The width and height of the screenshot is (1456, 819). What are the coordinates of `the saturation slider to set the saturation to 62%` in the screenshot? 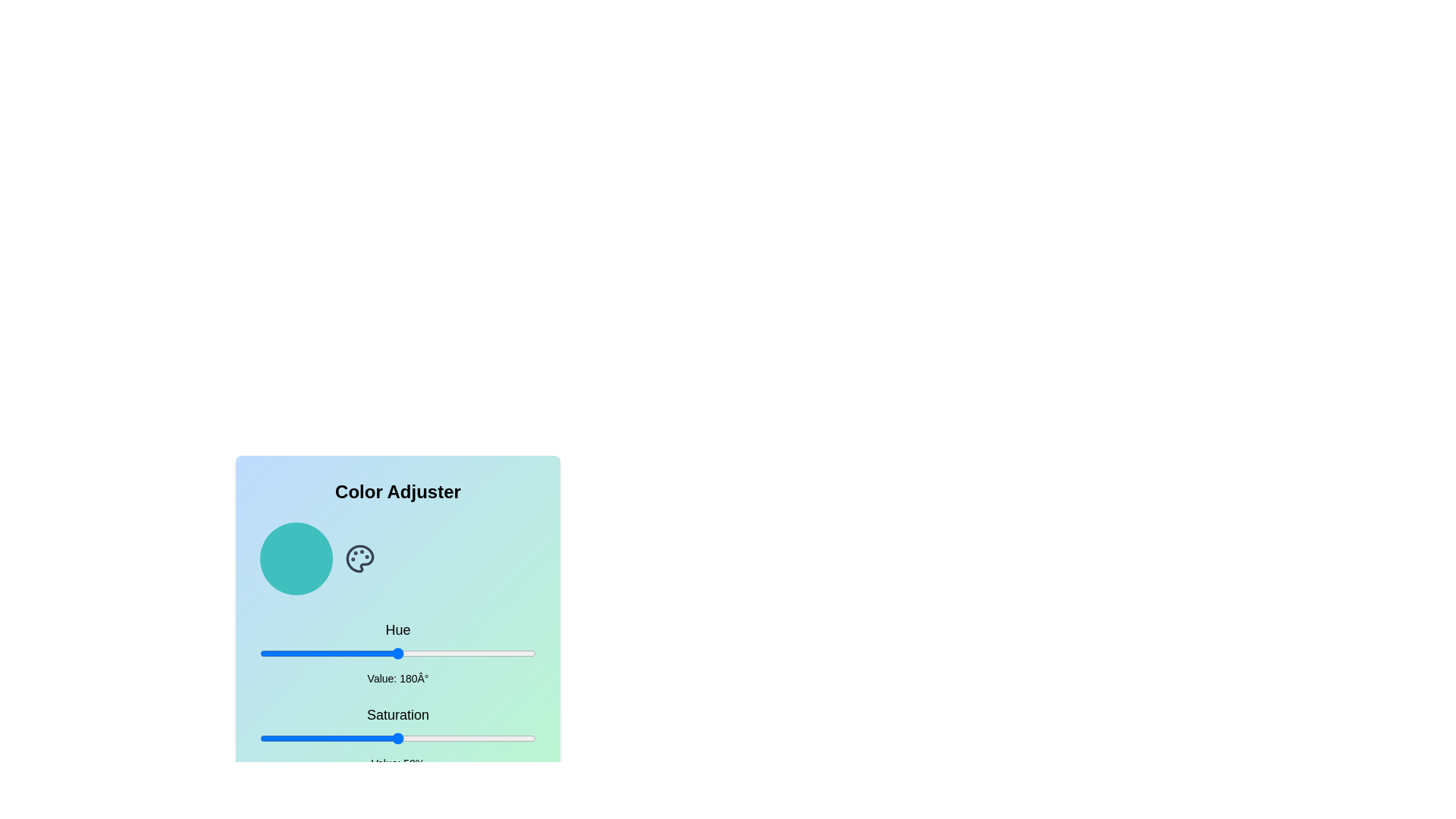 It's located at (430, 738).